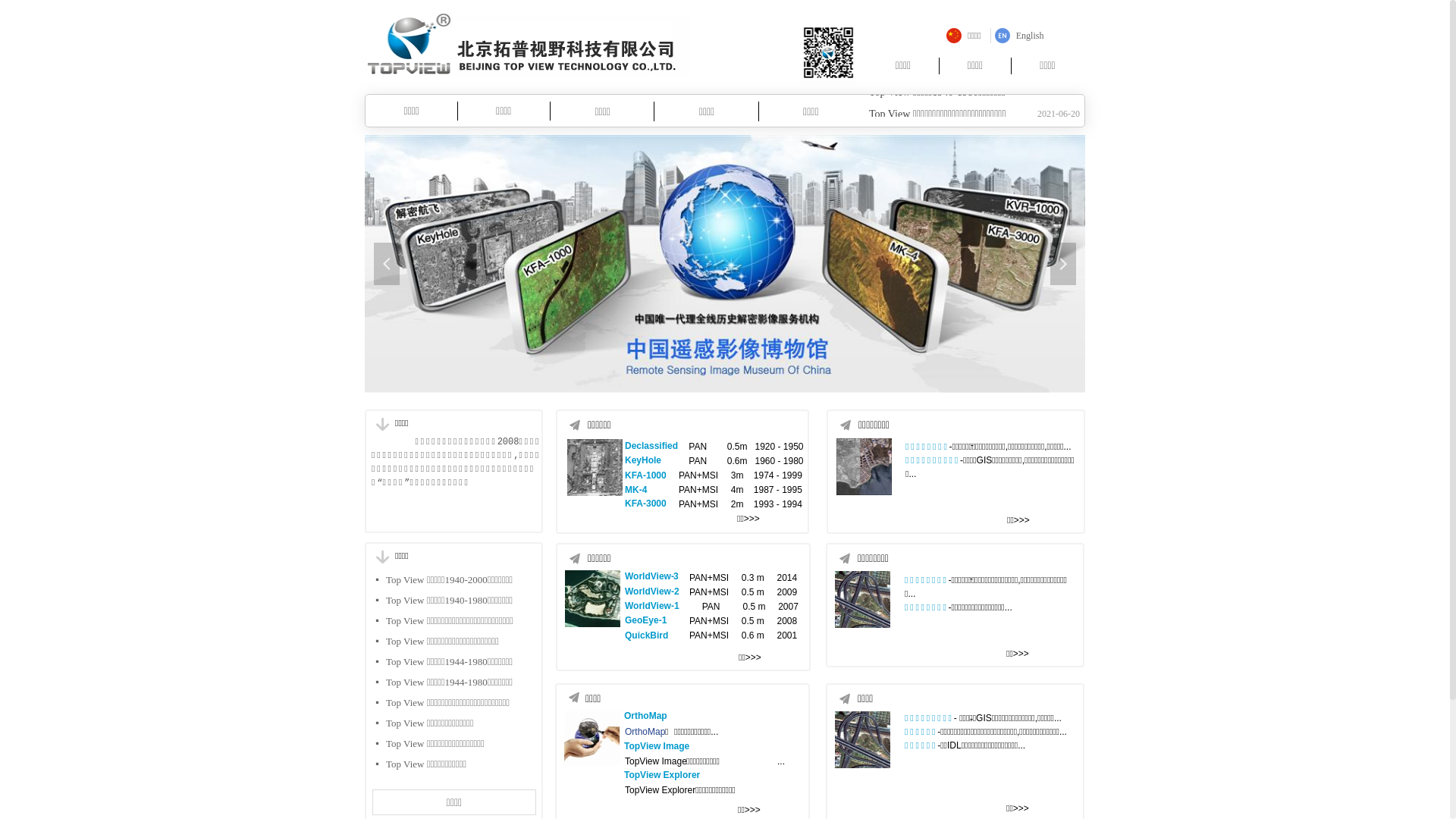  Describe the element at coordinates (650, 576) in the screenshot. I see `'WorldView-'` at that location.